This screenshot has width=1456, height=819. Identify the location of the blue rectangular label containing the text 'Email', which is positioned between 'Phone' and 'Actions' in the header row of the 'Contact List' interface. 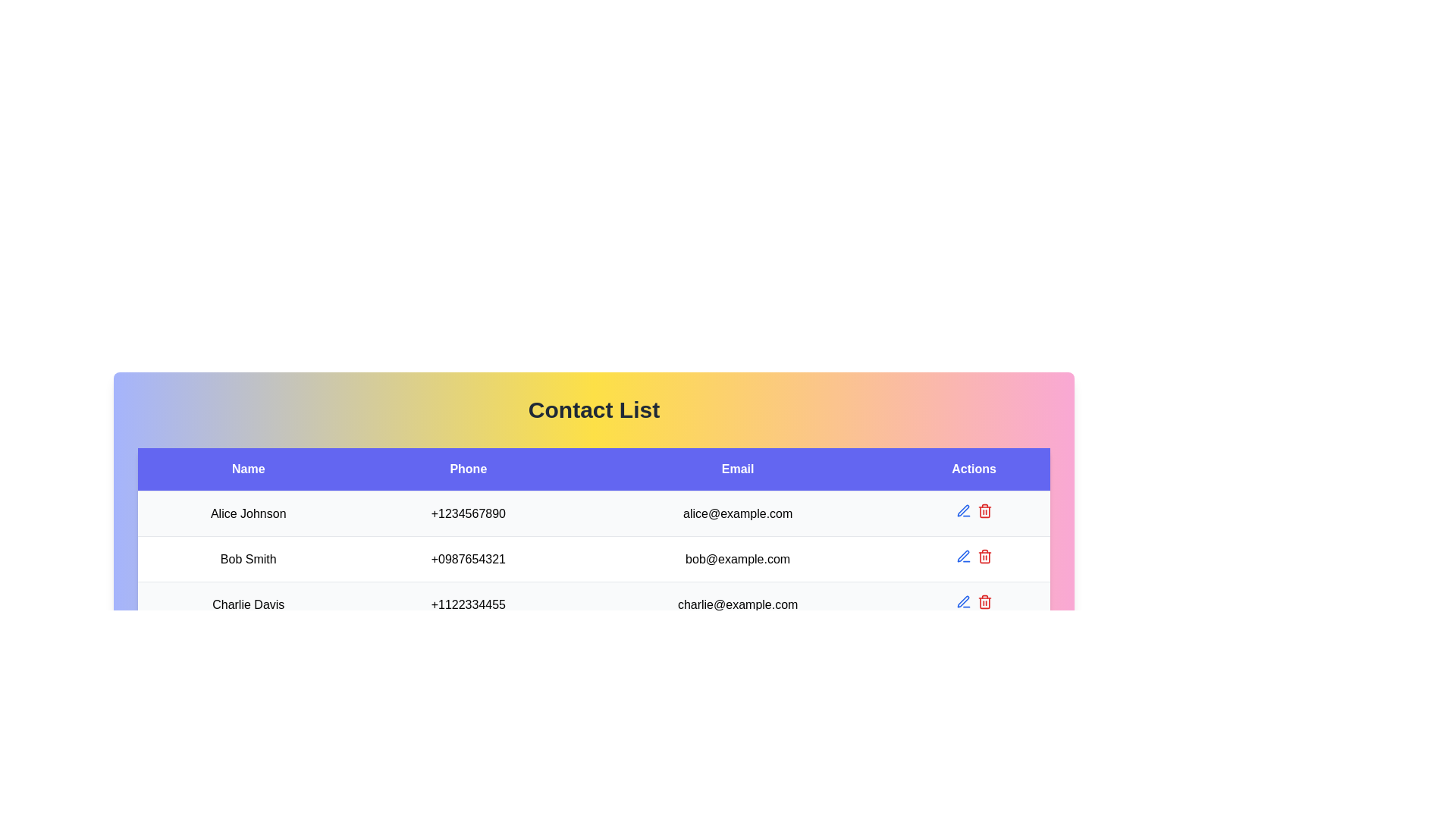
(738, 469).